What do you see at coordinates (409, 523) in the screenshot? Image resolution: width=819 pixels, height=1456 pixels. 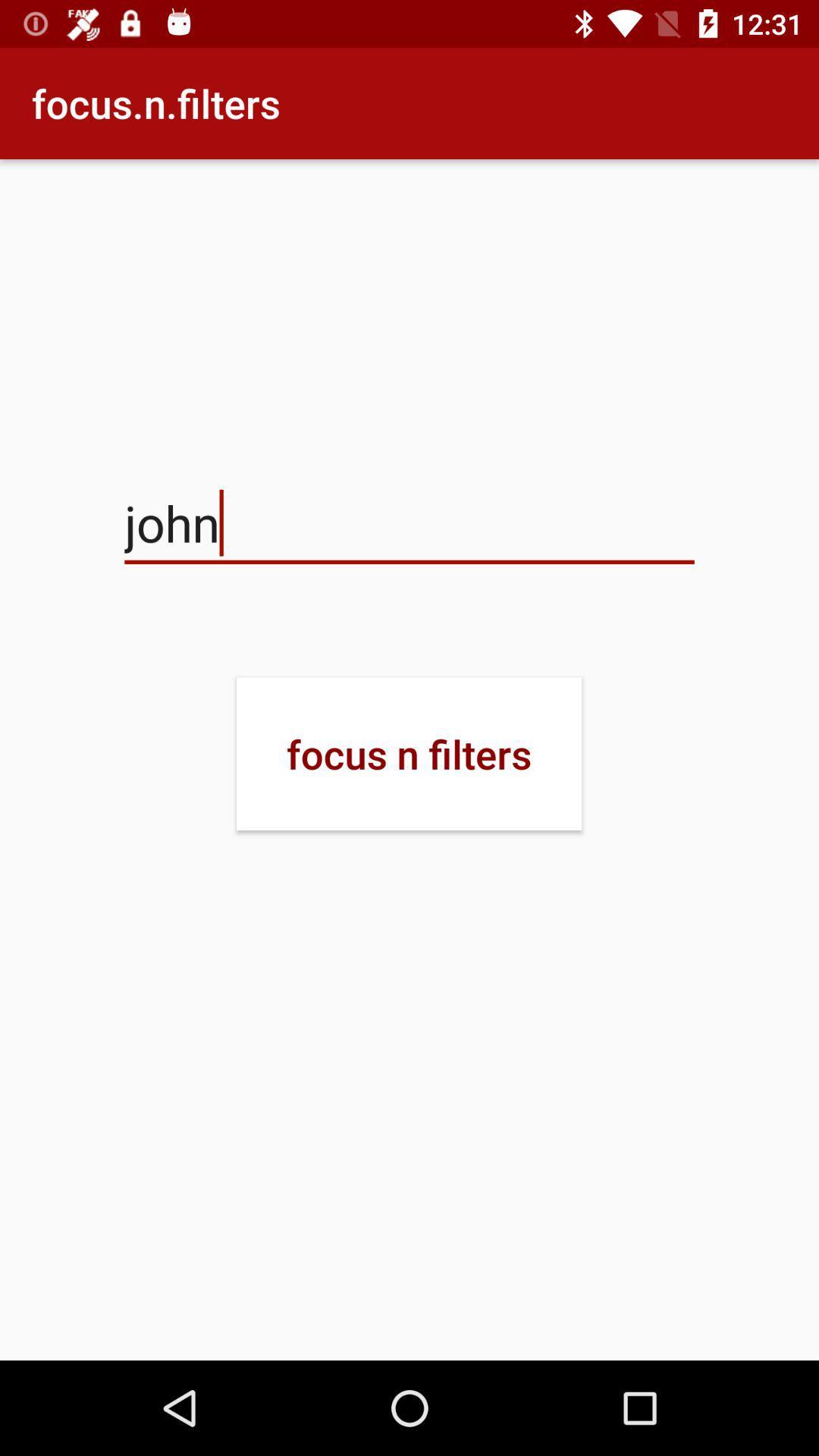 I see `icon above focus n filters` at bounding box center [409, 523].